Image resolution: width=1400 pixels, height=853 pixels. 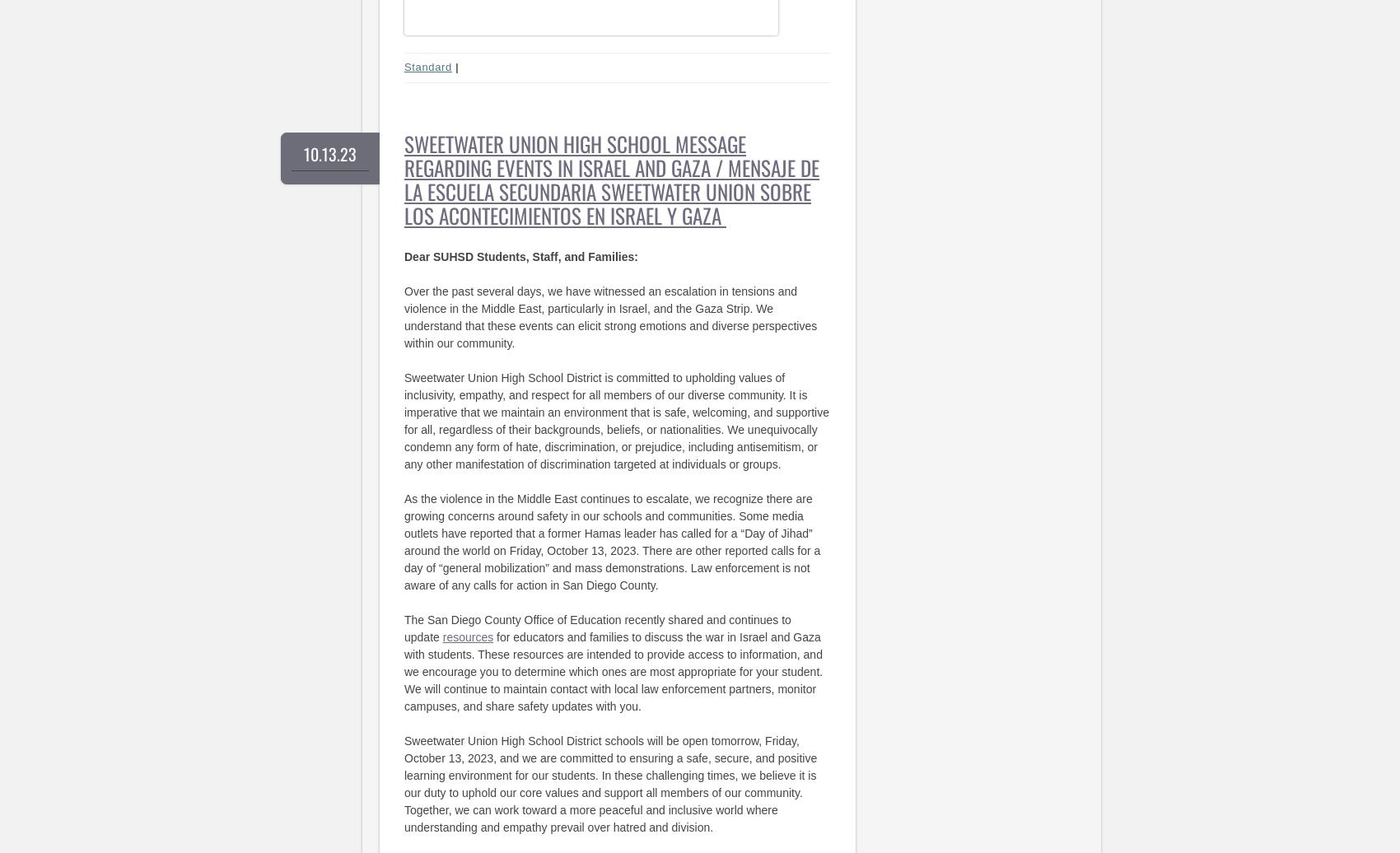 What do you see at coordinates (456, 67) in the screenshot?
I see `'|'` at bounding box center [456, 67].